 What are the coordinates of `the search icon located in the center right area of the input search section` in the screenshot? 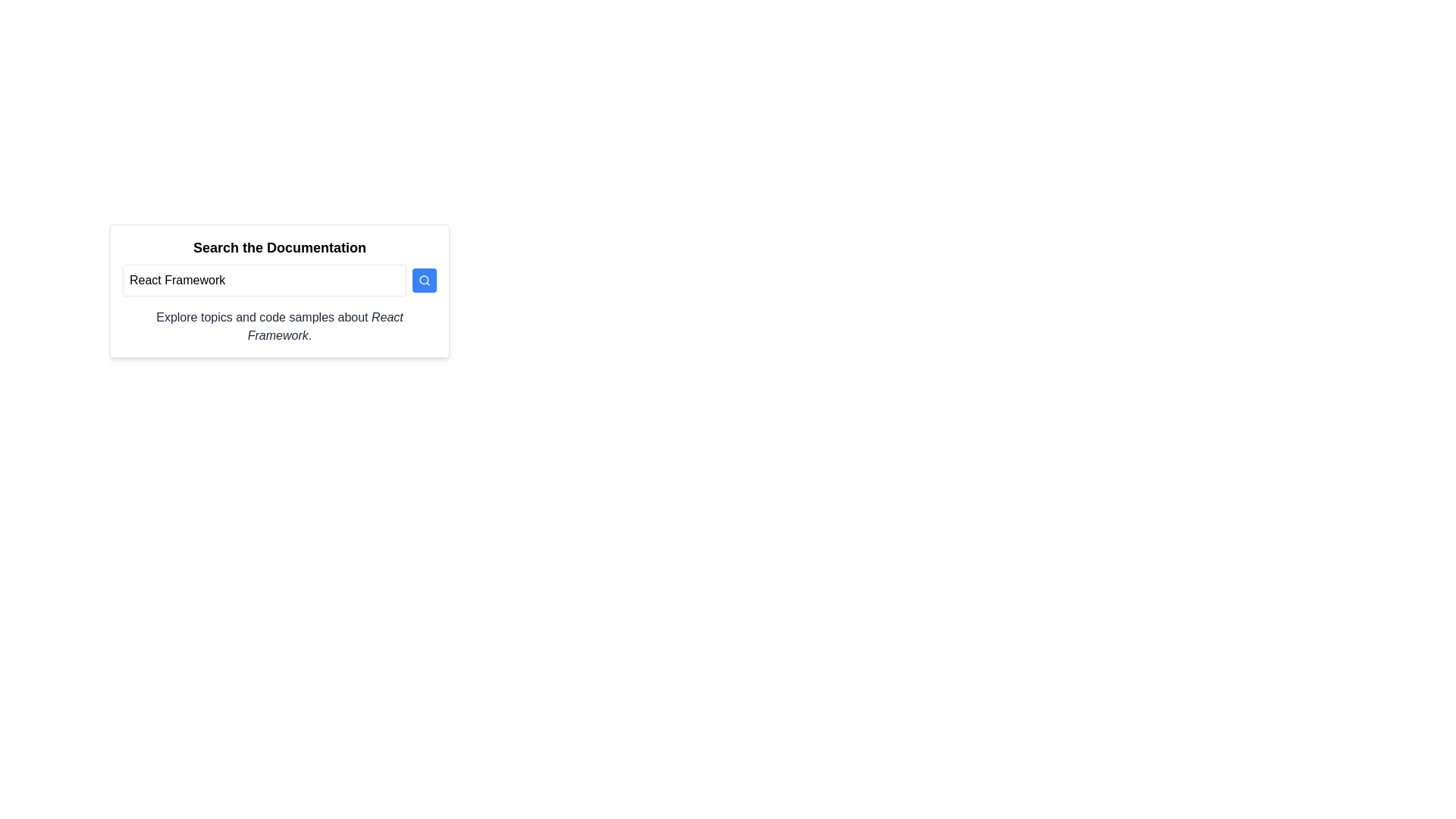 It's located at (425, 281).